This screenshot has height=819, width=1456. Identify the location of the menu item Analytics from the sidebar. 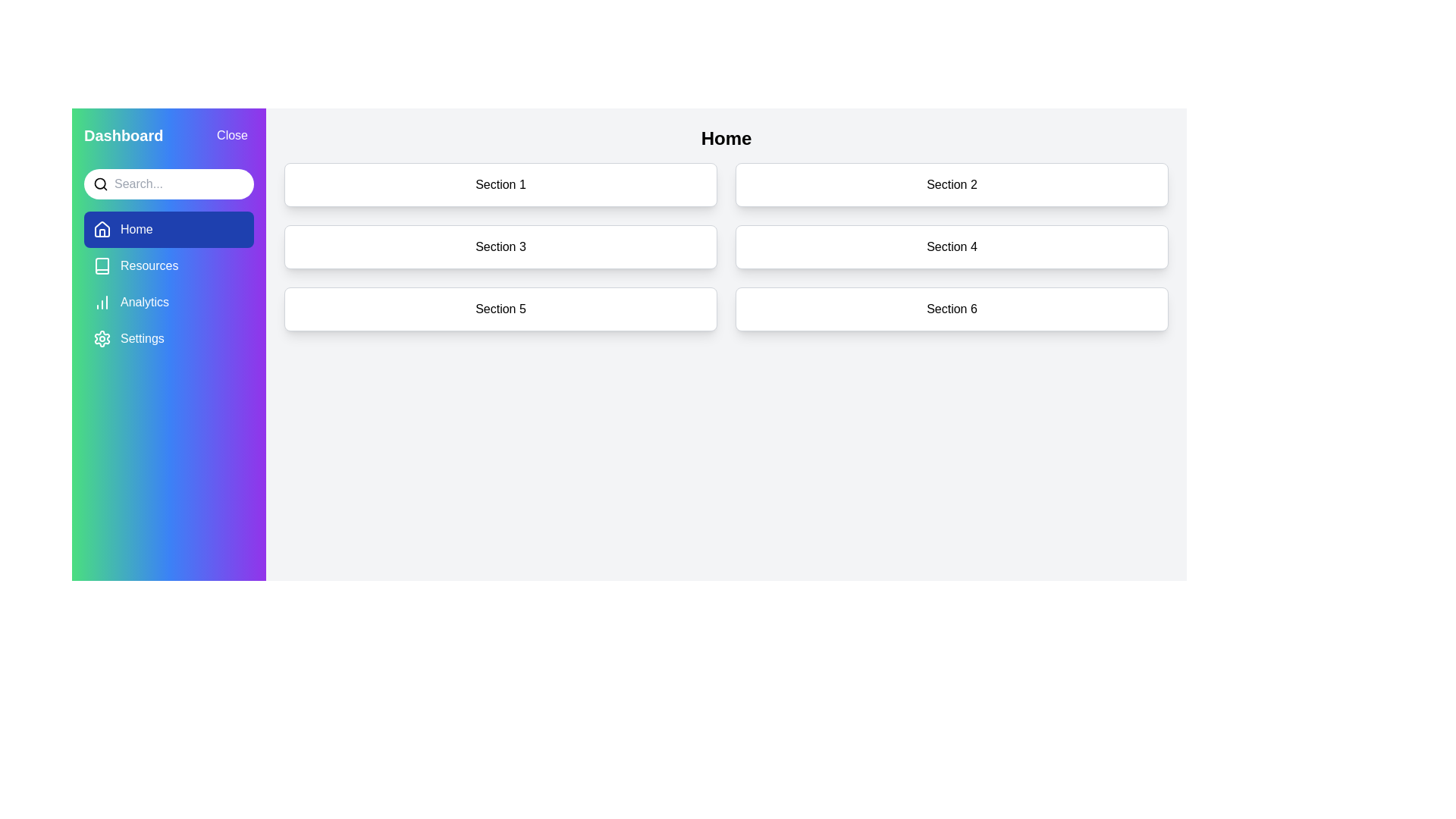
(168, 302).